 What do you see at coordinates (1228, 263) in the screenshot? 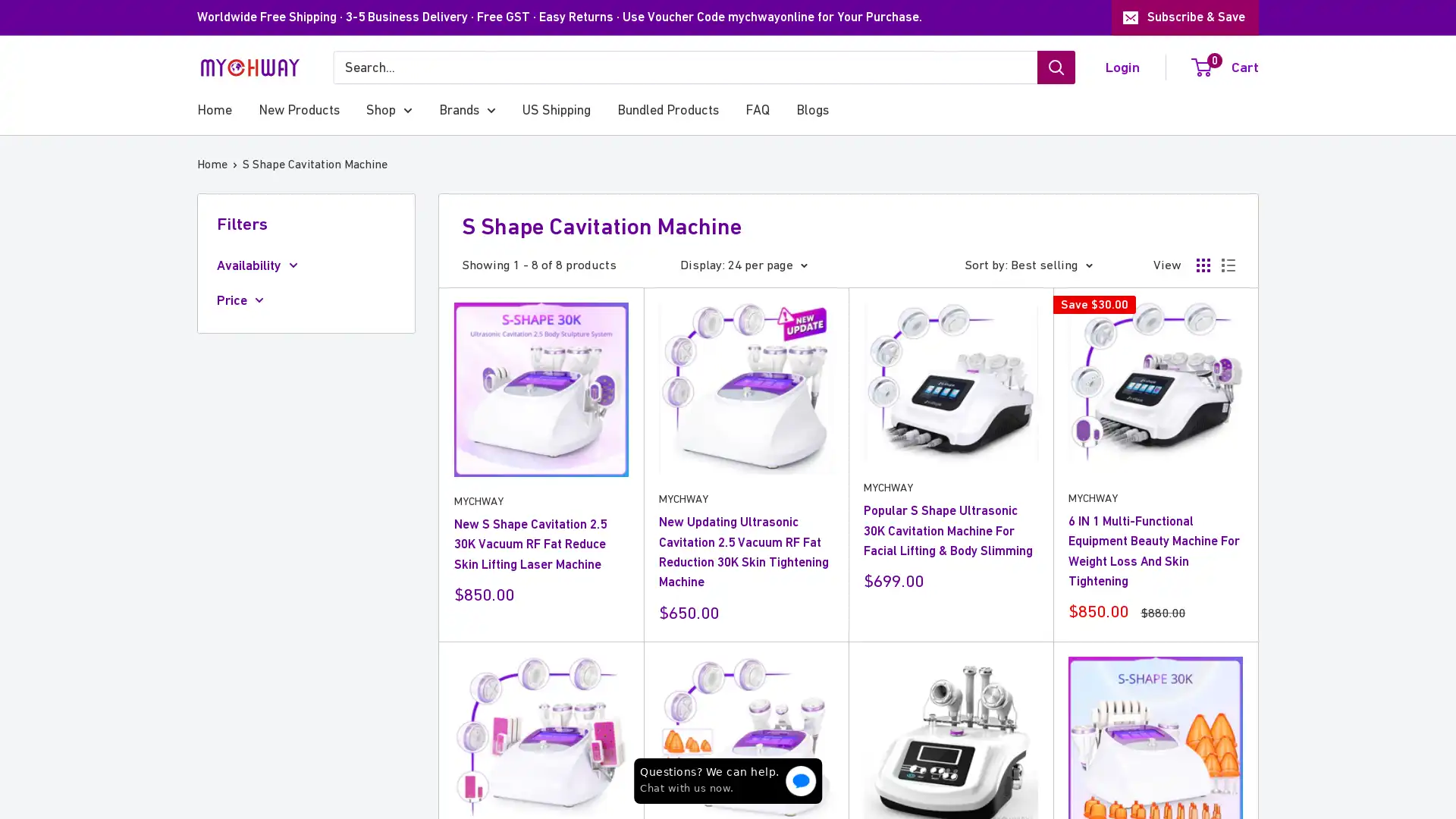
I see `Display products as list` at bounding box center [1228, 263].